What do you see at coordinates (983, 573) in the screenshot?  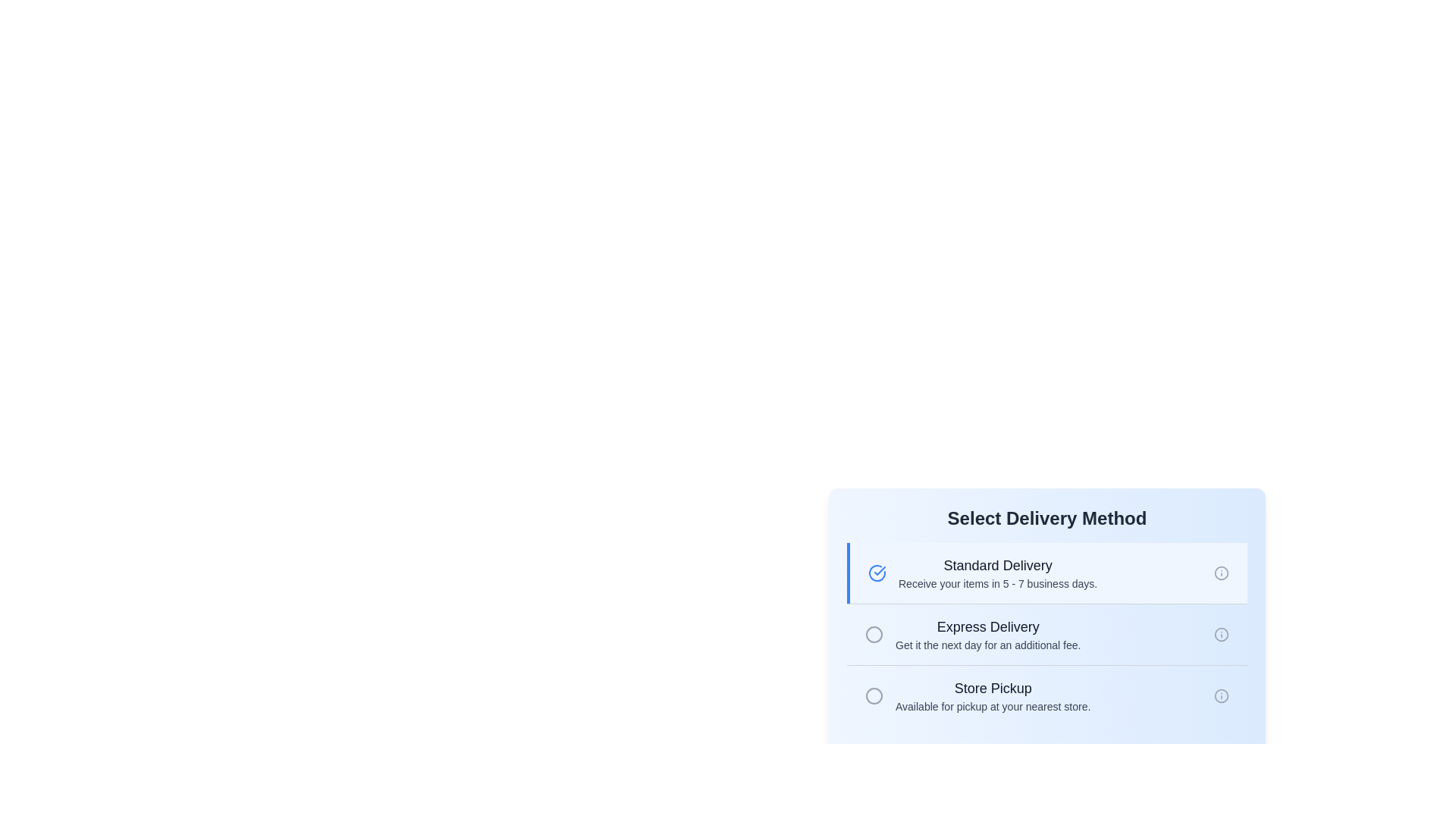 I see `the first selectable option for 'Standard Delivery' in the delivery methods list` at bounding box center [983, 573].